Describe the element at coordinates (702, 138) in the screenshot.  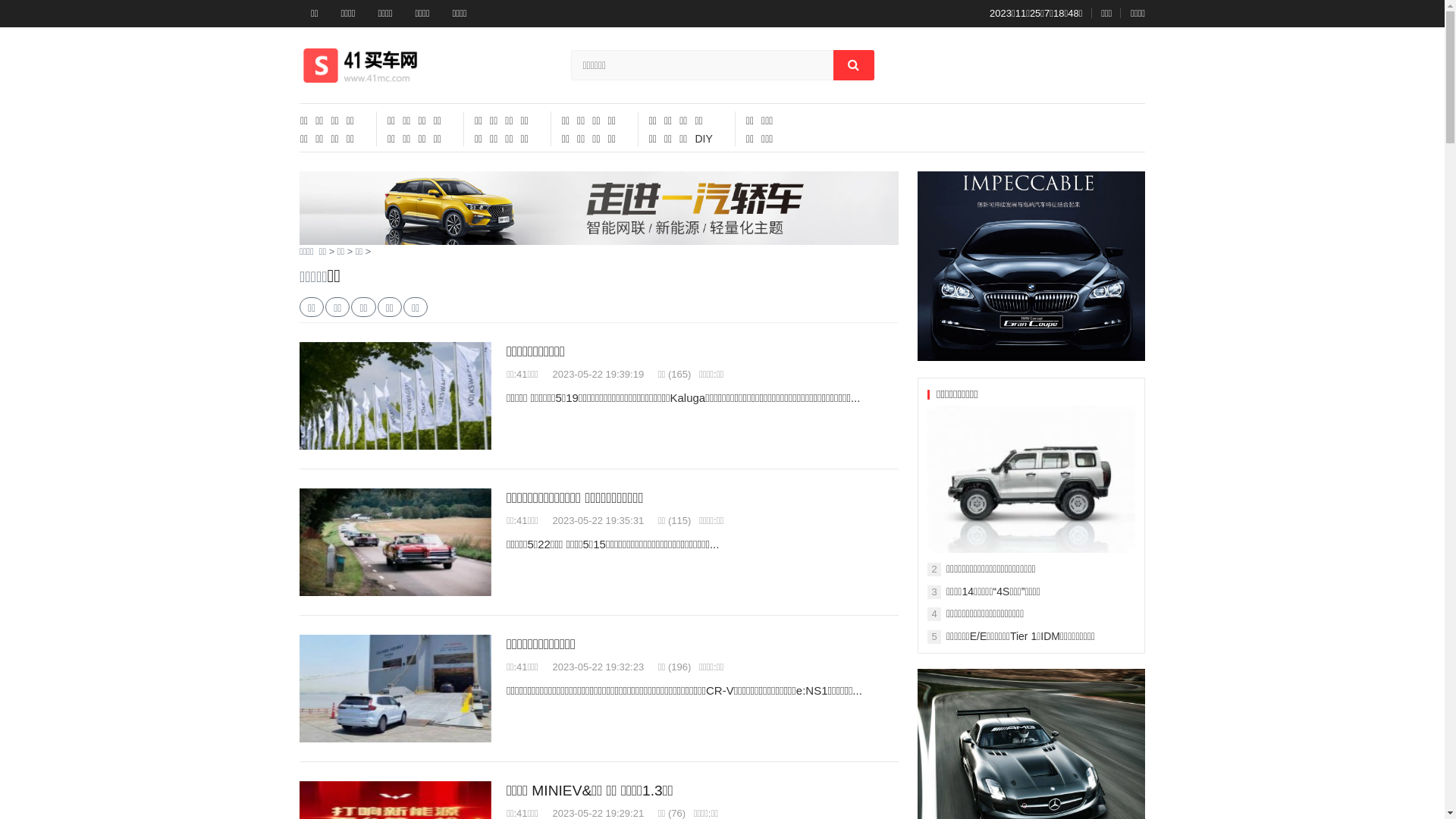
I see `'DIY'` at that location.